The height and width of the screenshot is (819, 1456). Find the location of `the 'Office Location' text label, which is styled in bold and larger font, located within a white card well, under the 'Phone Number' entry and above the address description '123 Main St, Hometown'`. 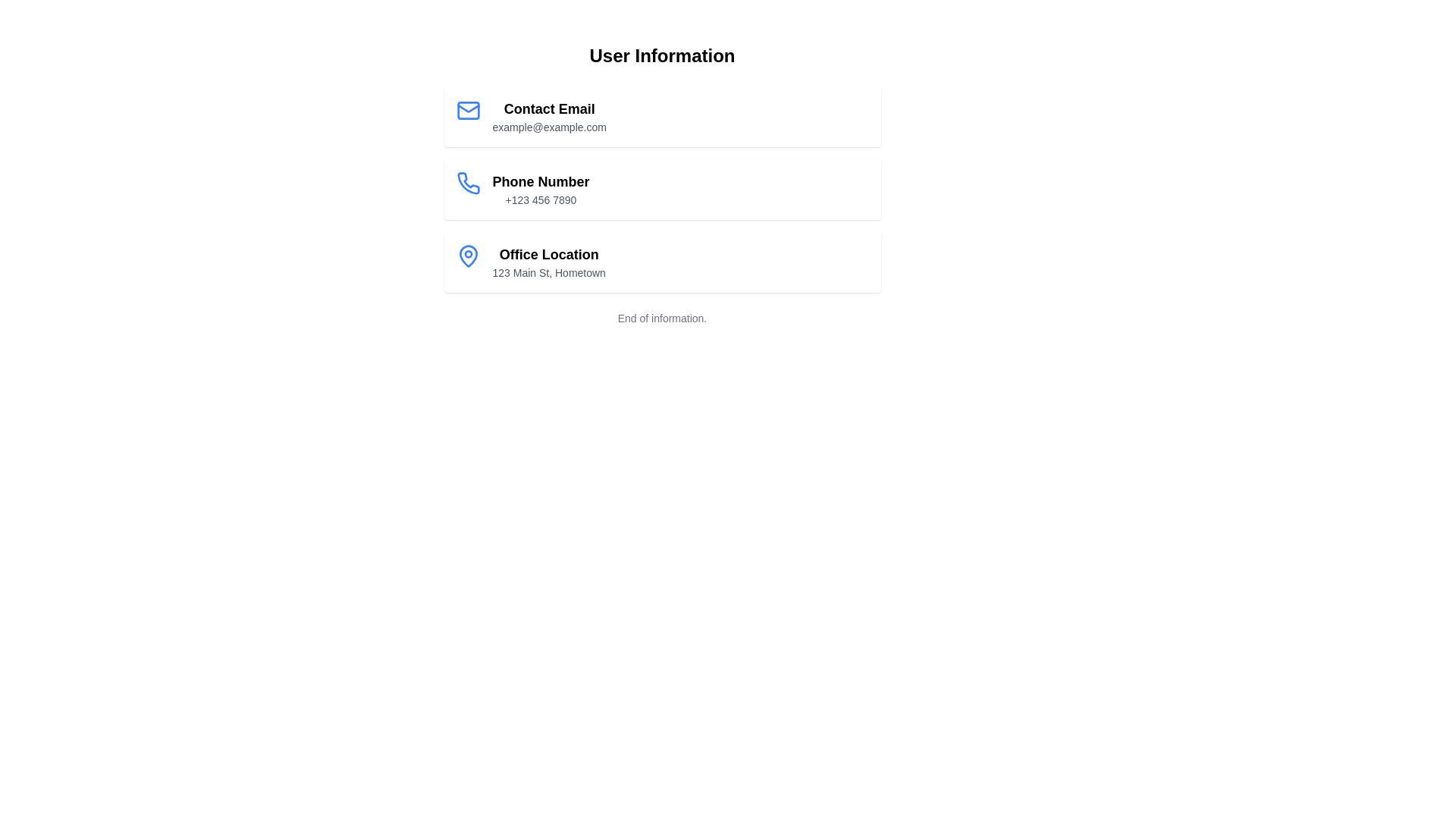

the 'Office Location' text label, which is styled in bold and larger font, located within a white card well, under the 'Phone Number' entry and above the address description '123 Main St, Hometown' is located at coordinates (548, 253).